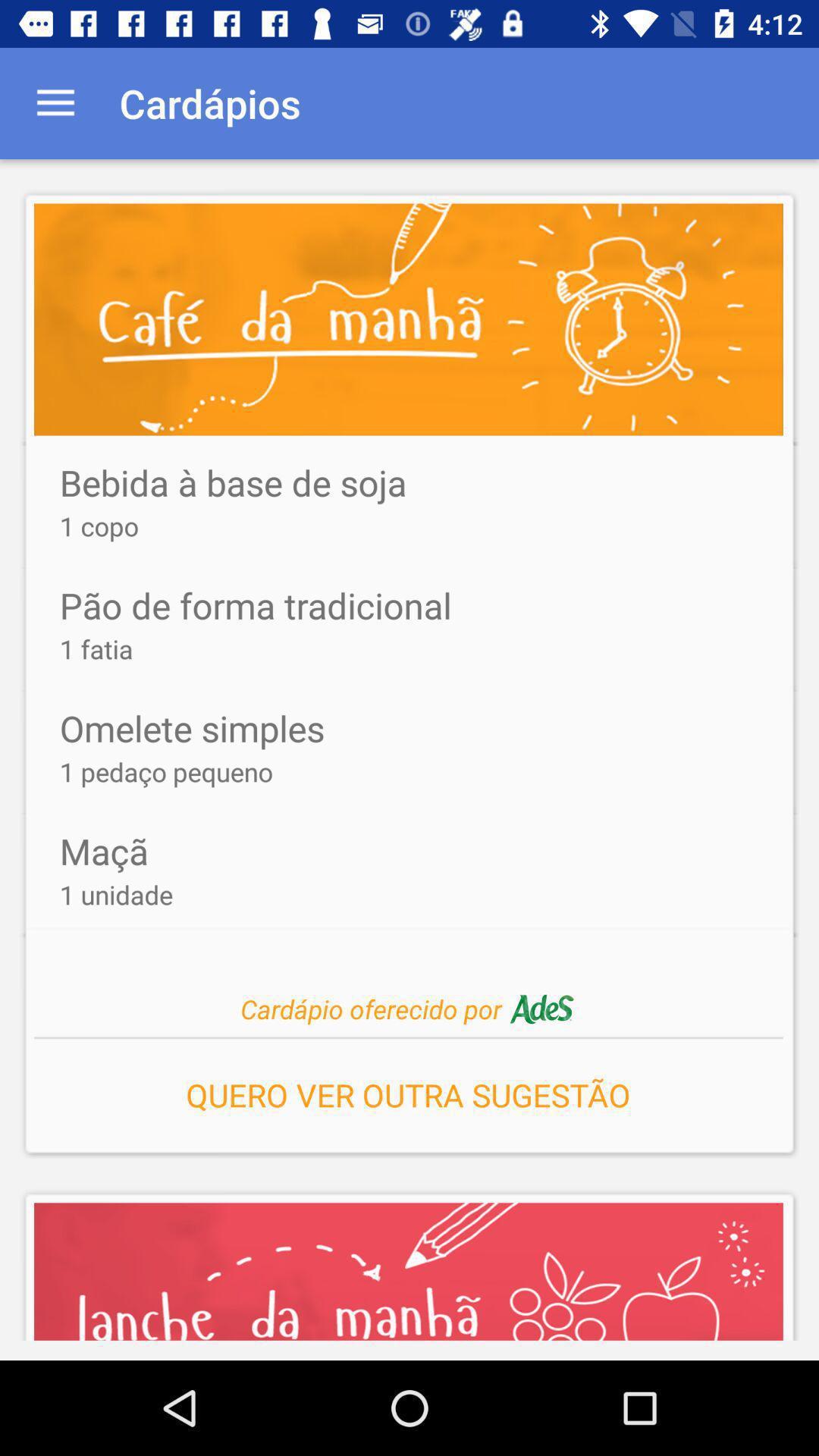 This screenshot has width=819, height=1456. What do you see at coordinates (408, 1280) in the screenshot?
I see `the image on the bottom line of the web page` at bounding box center [408, 1280].